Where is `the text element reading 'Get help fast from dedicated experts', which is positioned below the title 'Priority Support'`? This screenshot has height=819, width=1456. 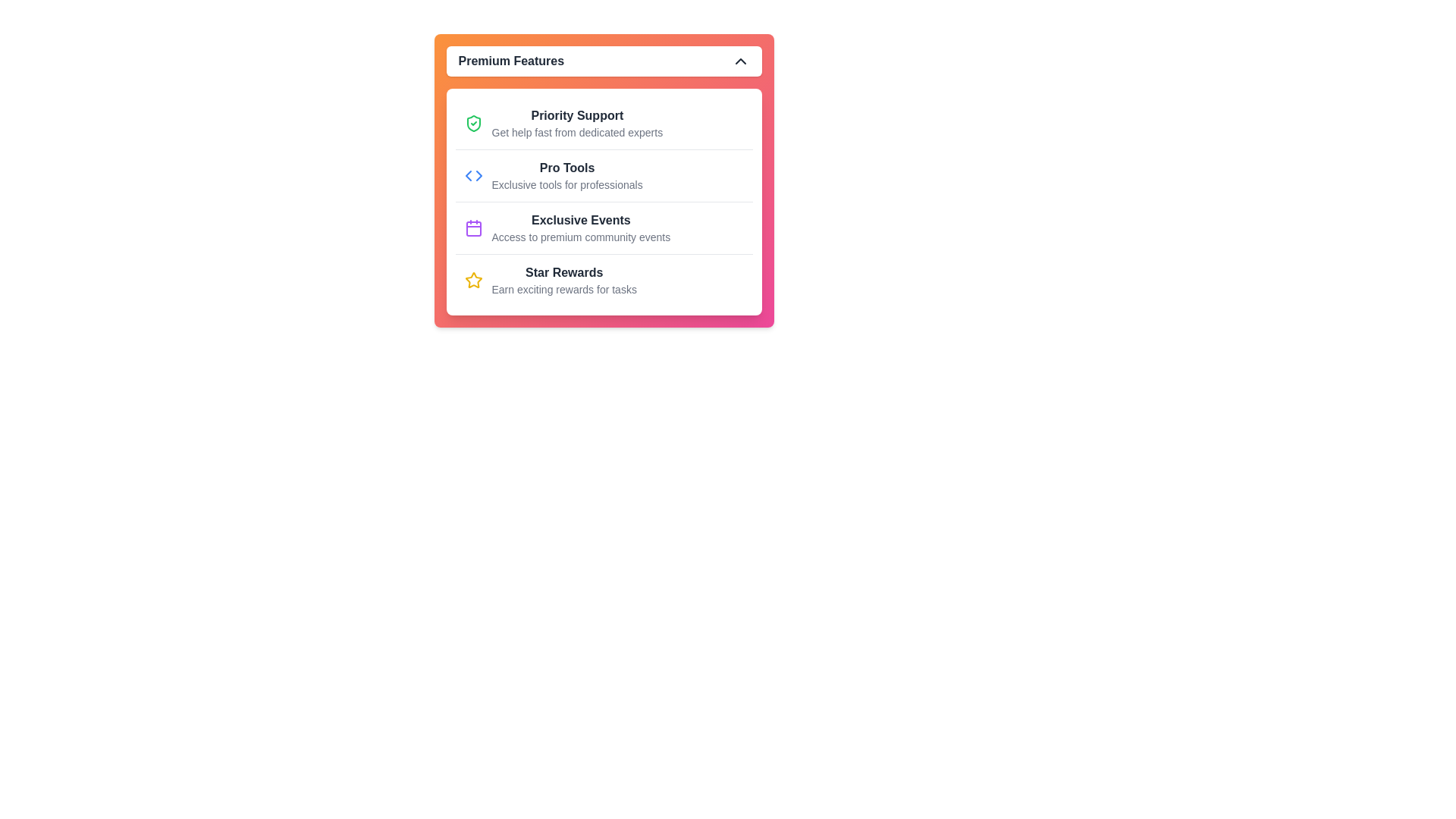 the text element reading 'Get help fast from dedicated experts', which is positioned below the title 'Priority Support' is located at coordinates (576, 131).